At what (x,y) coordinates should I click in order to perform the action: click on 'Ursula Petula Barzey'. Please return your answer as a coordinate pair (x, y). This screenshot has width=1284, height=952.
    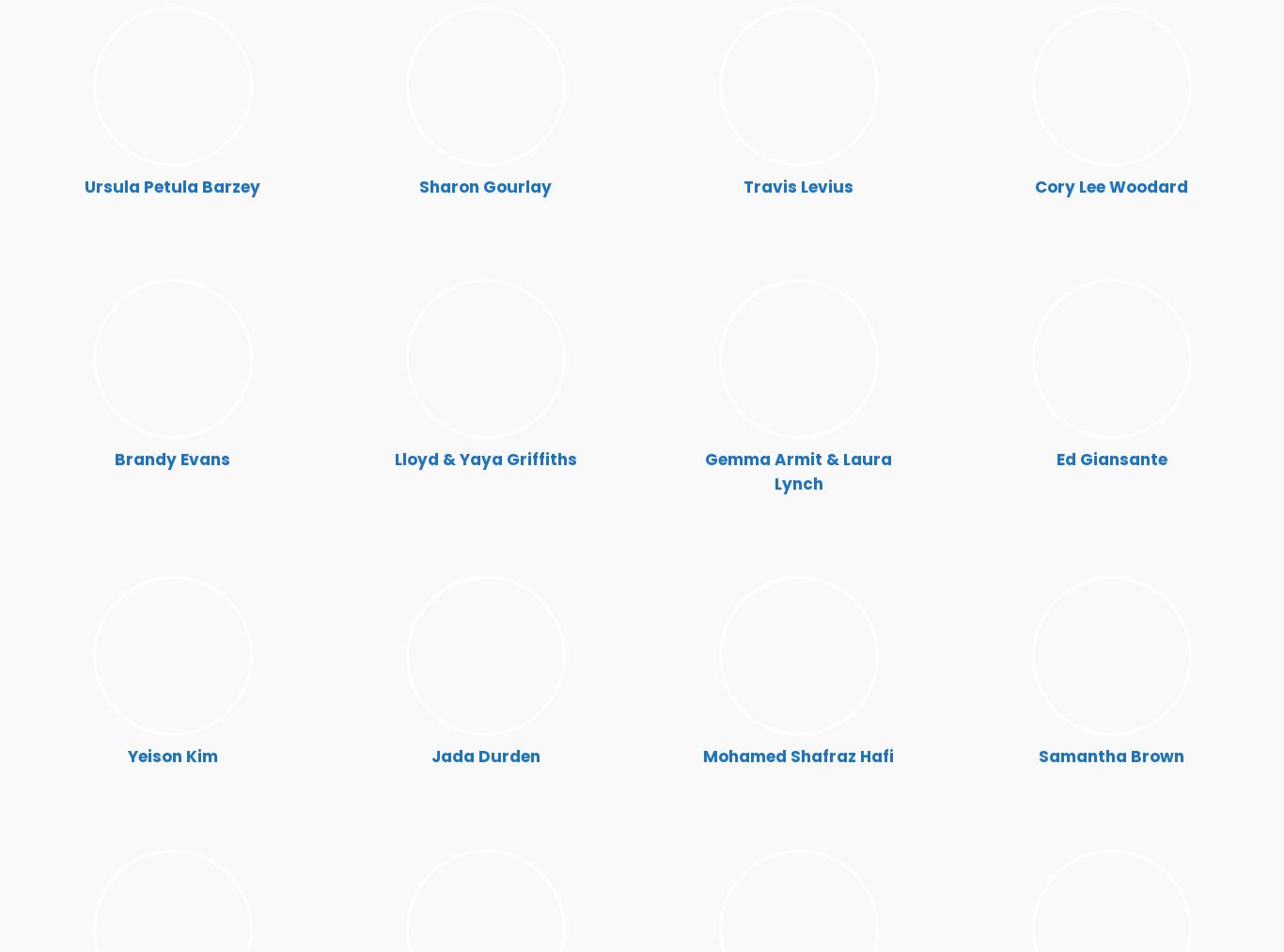
    Looking at the image, I should click on (85, 186).